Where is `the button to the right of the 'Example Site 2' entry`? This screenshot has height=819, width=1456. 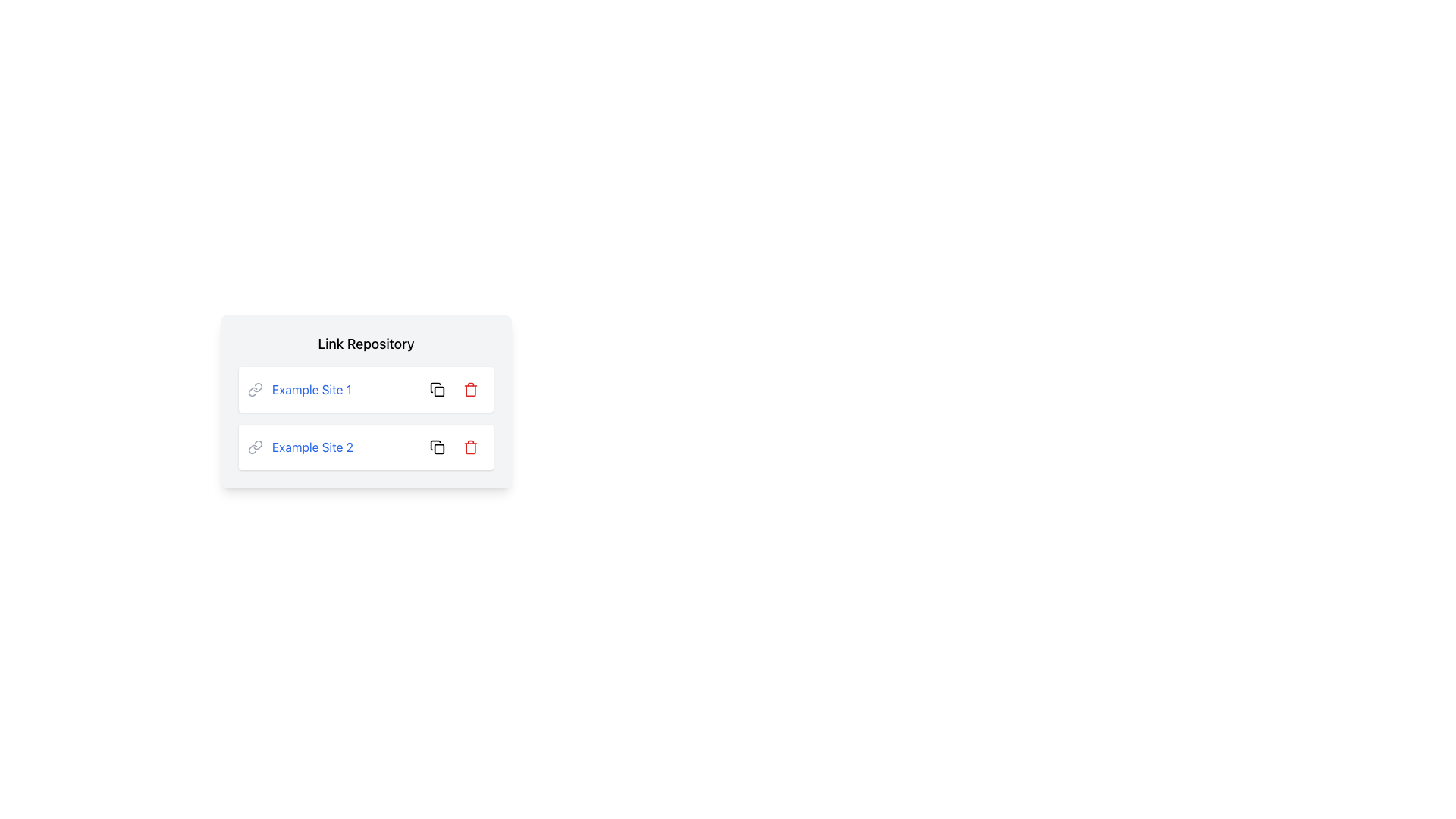 the button to the right of the 'Example Site 2' entry is located at coordinates (436, 447).